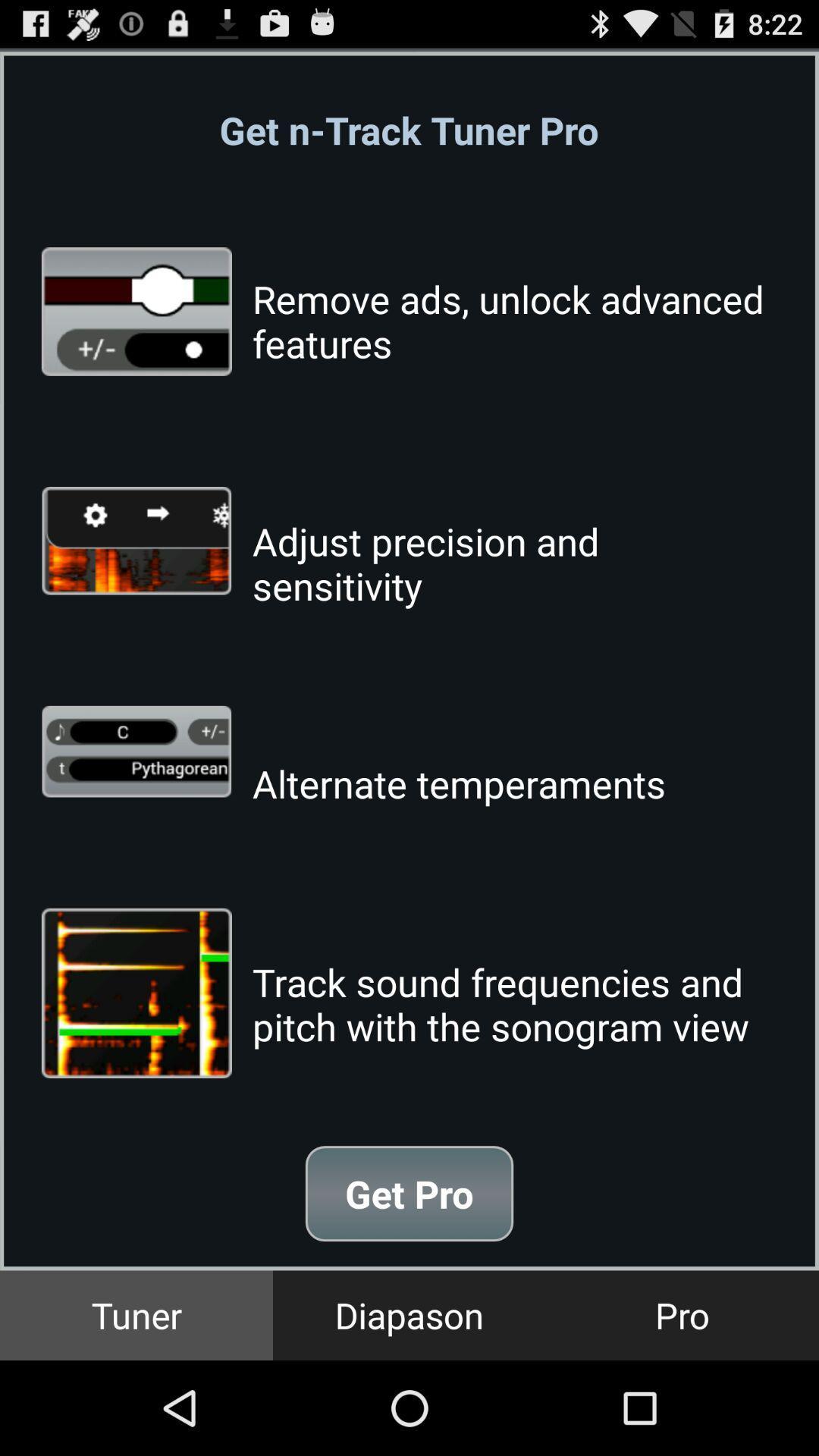 Image resolution: width=819 pixels, height=1456 pixels. What do you see at coordinates (409, 1314) in the screenshot?
I see `the icon to the right of the tuner icon` at bounding box center [409, 1314].